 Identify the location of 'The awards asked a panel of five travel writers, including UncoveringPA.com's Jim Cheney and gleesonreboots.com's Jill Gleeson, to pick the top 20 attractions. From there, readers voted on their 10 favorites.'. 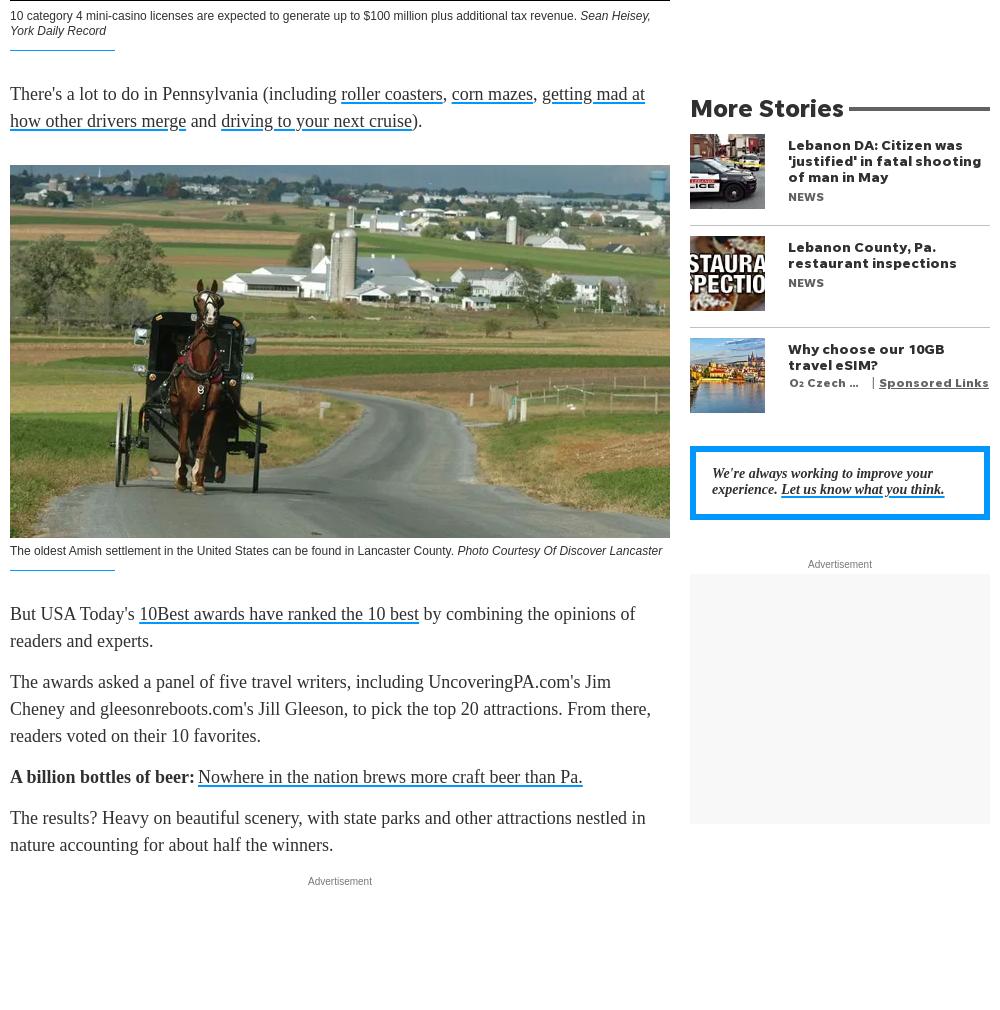
(329, 708).